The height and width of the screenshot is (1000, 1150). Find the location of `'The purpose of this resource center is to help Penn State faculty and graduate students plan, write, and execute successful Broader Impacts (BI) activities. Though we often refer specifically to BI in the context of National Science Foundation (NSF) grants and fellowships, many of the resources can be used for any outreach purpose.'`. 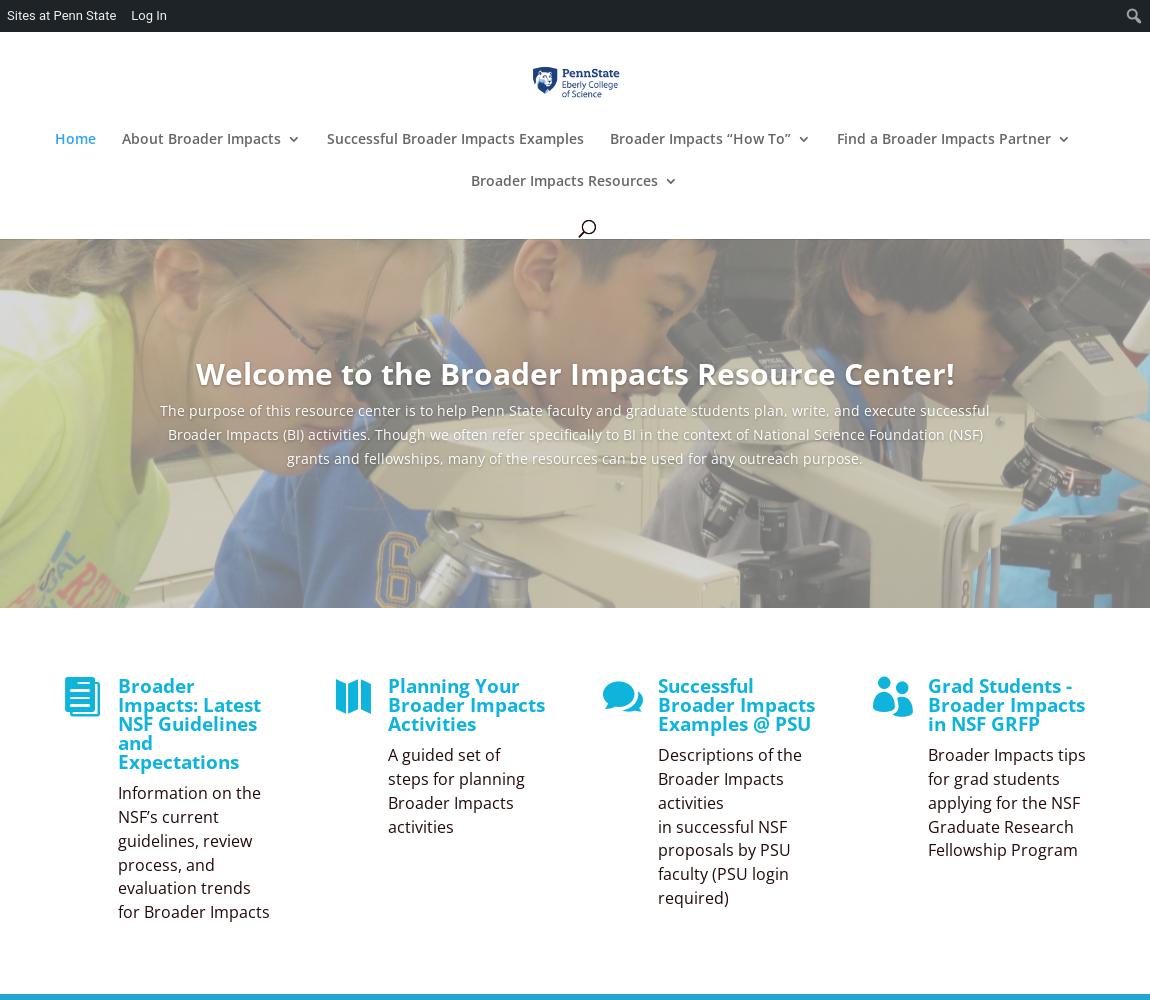

'The purpose of this resource center is to help Penn State faculty and graduate students plan, write, and execute successful Broader Impacts (BI) activities. Though we often refer specifically to BI in the context of National Science Foundation (NSF) grants and fellowships, many of the resources can be used for any outreach purpose.' is located at coordinates (575, 434).